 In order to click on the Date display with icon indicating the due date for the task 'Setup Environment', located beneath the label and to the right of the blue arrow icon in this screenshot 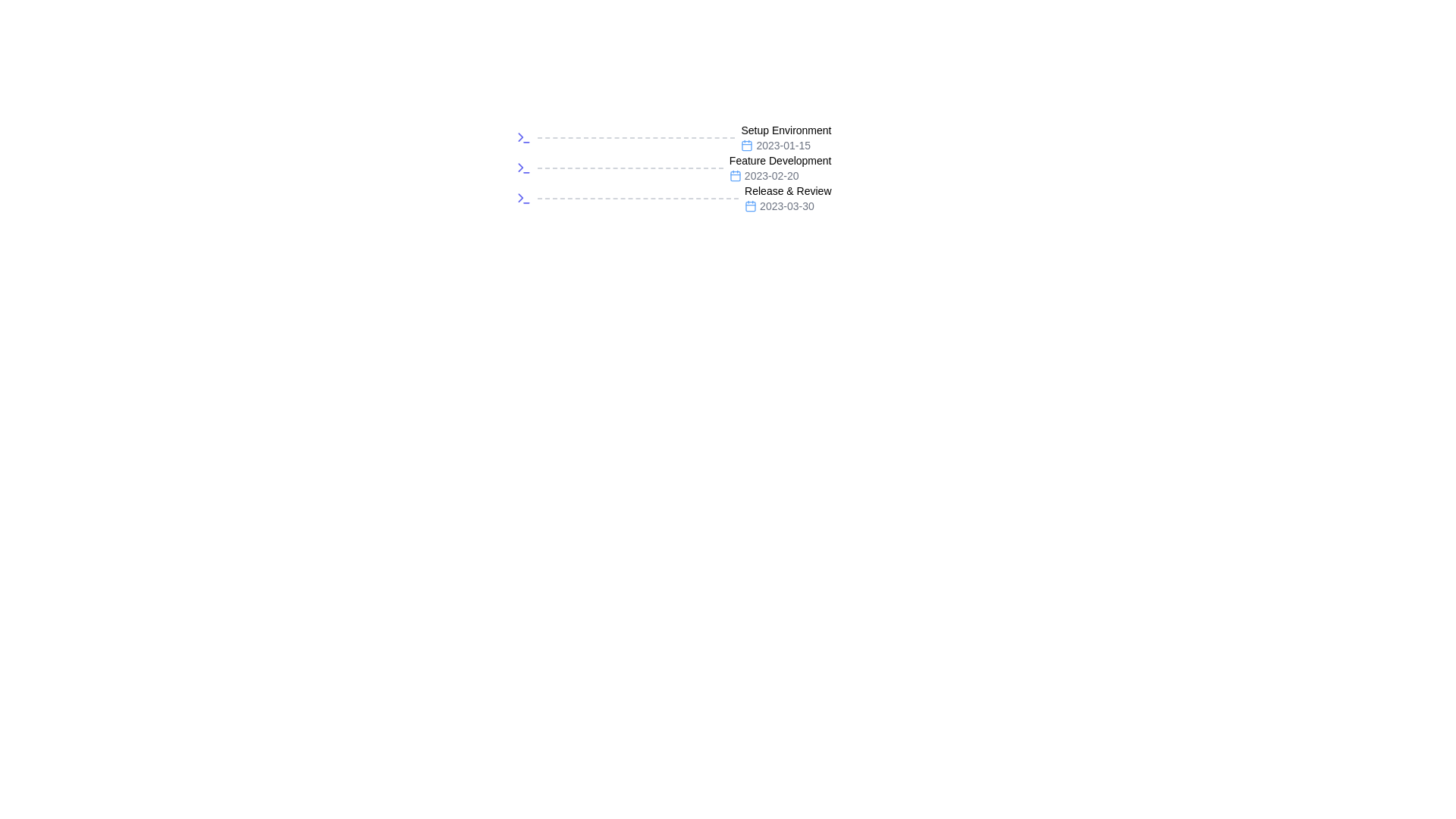, I will do `click(786, 146)`.